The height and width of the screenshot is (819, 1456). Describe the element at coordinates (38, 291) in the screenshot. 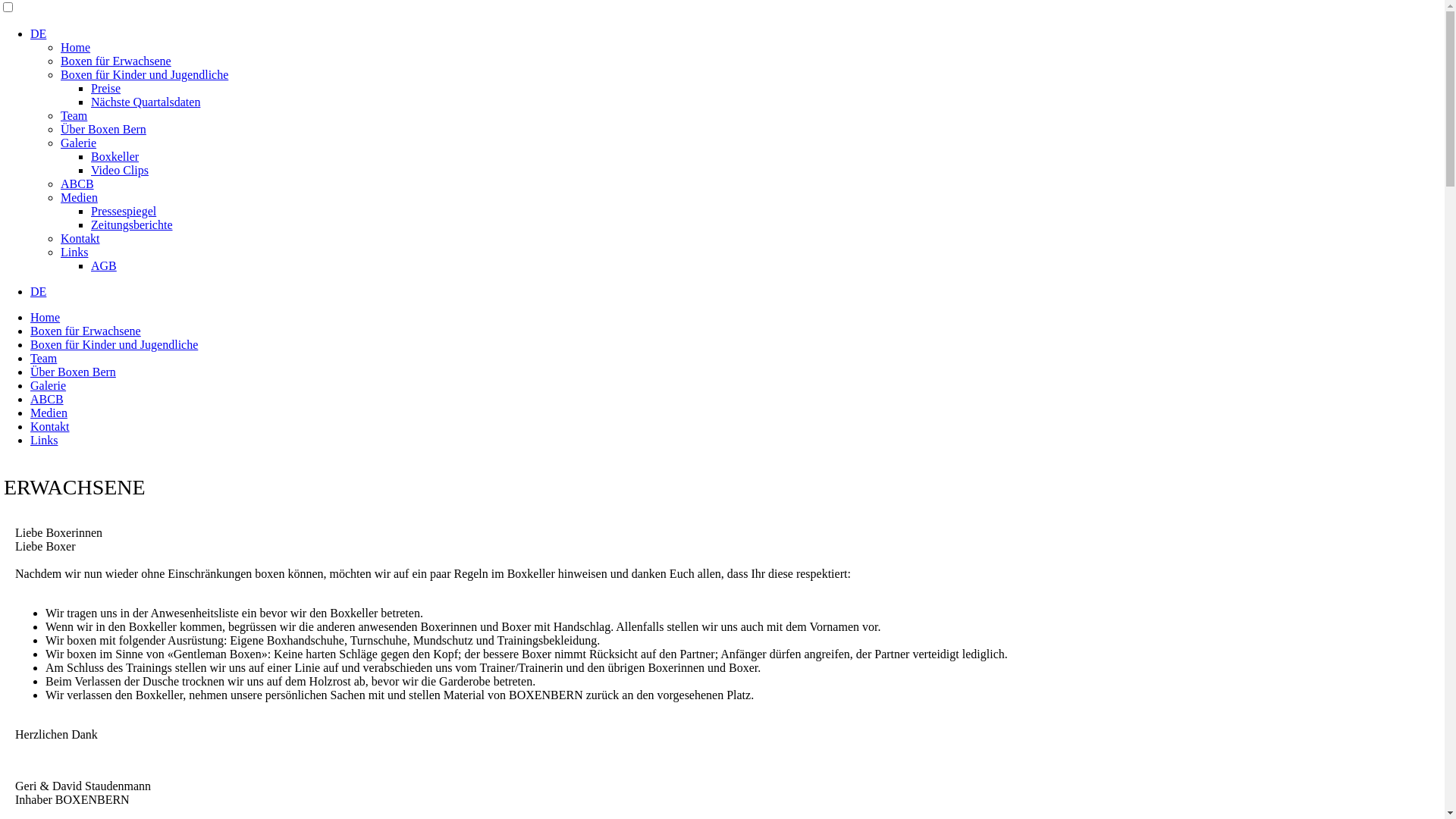

I see `'DE'` at that location.